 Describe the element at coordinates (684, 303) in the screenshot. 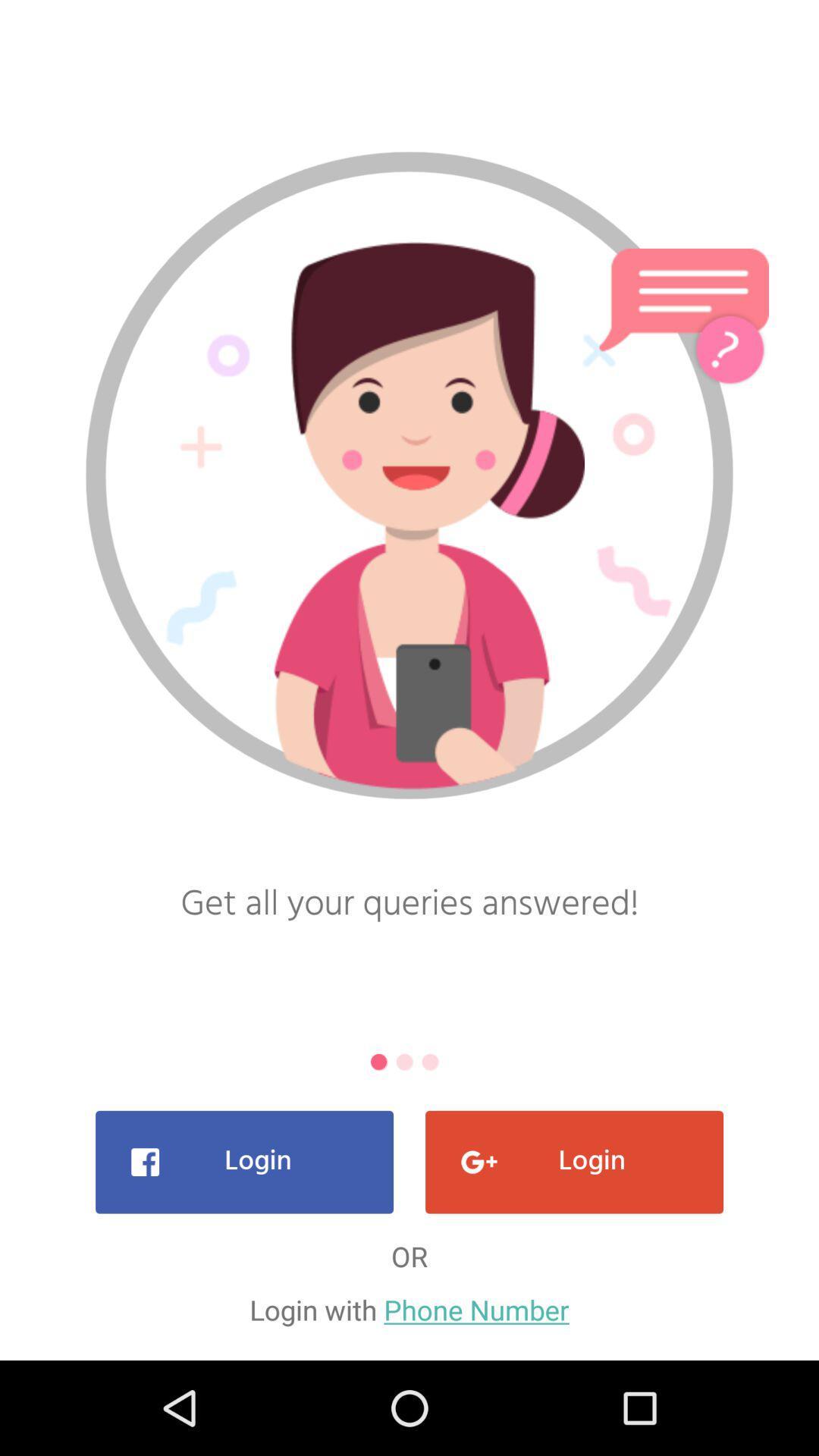

I see `the chat option in the image` at that location.